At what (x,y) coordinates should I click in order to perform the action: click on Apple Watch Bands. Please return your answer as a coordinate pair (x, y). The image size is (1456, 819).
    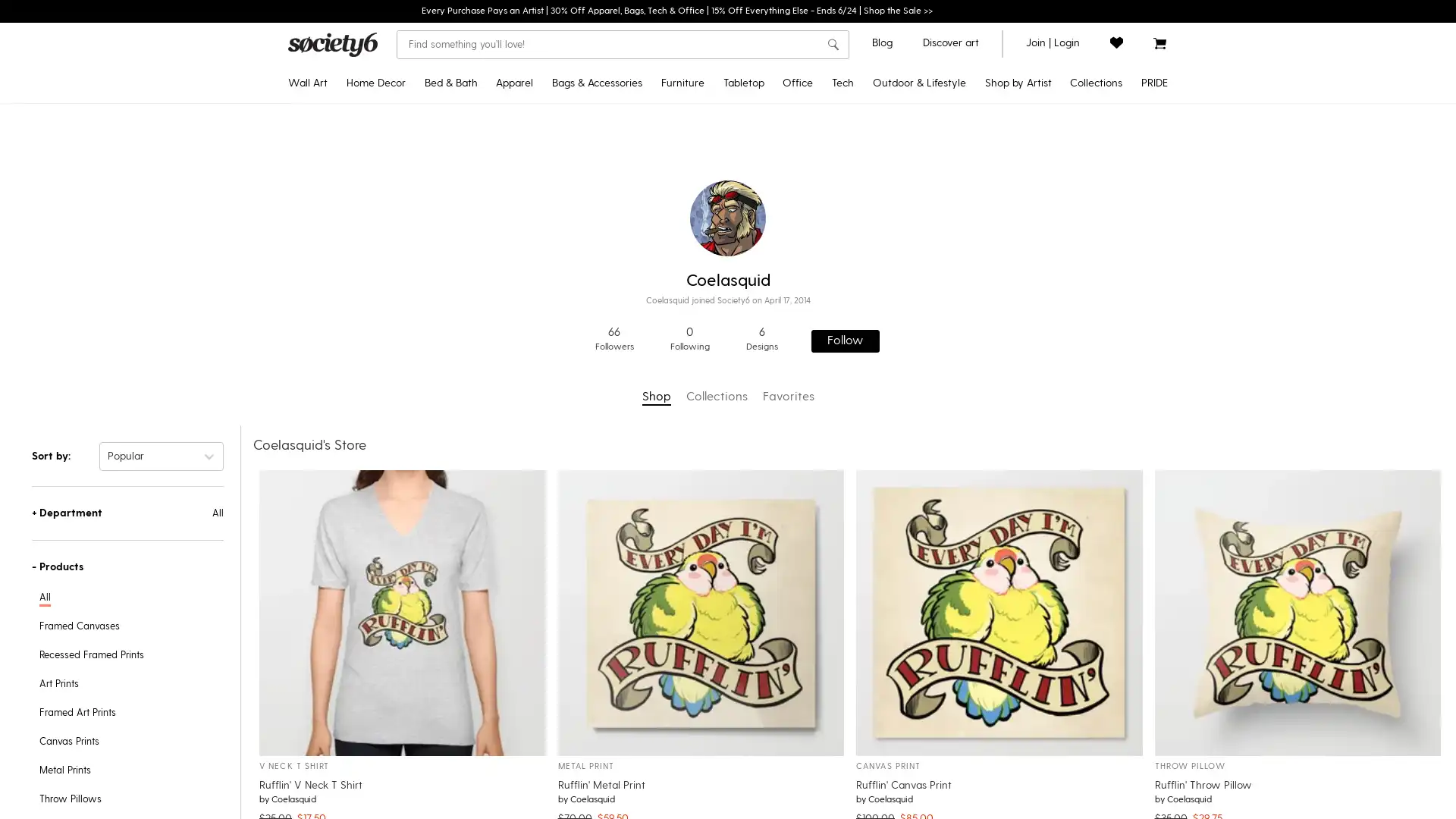
    Looking at the image, I should click on (896, 292).